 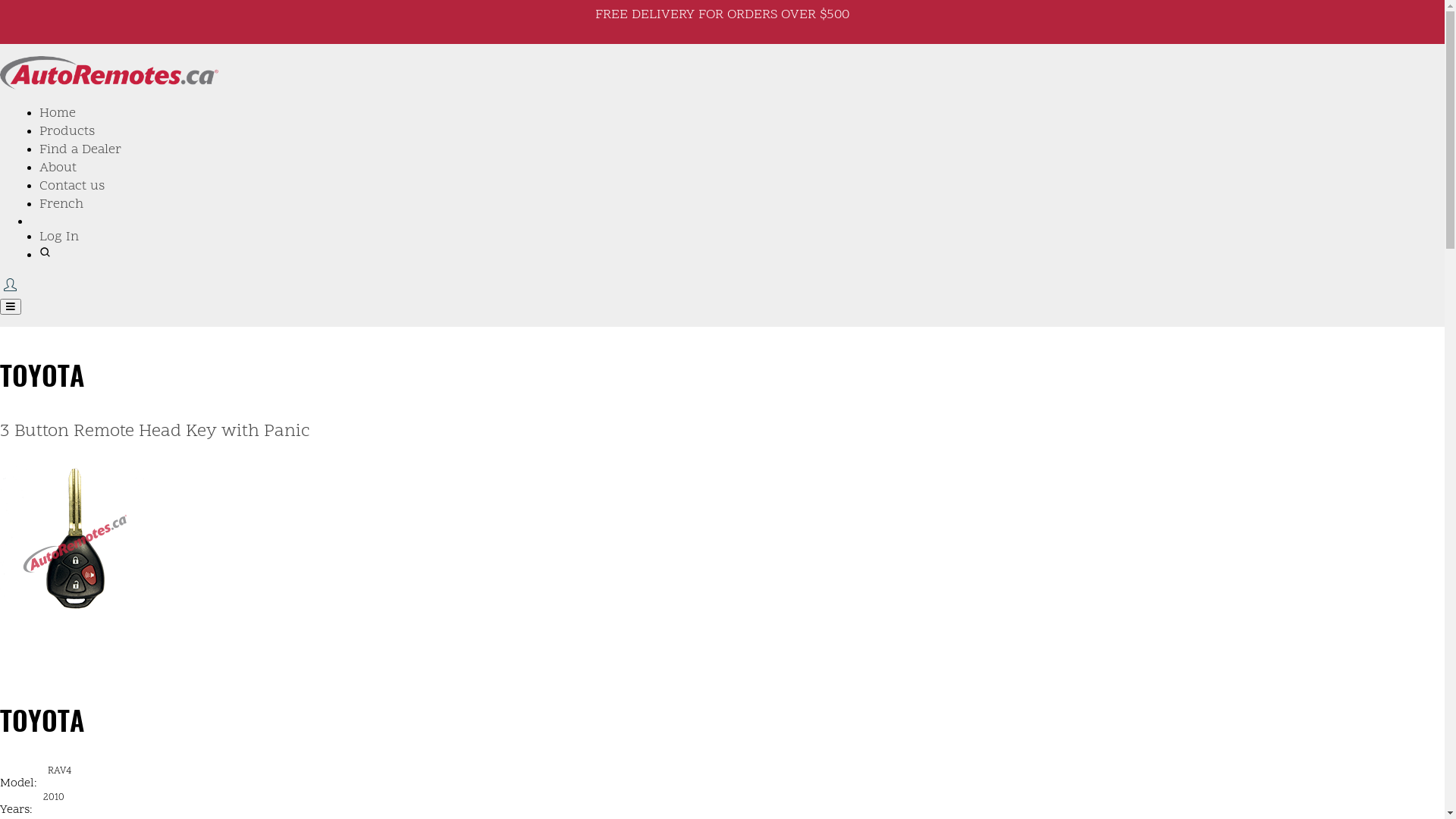 I want to click on 'Find a Dealer', so click(x=39, y=149).